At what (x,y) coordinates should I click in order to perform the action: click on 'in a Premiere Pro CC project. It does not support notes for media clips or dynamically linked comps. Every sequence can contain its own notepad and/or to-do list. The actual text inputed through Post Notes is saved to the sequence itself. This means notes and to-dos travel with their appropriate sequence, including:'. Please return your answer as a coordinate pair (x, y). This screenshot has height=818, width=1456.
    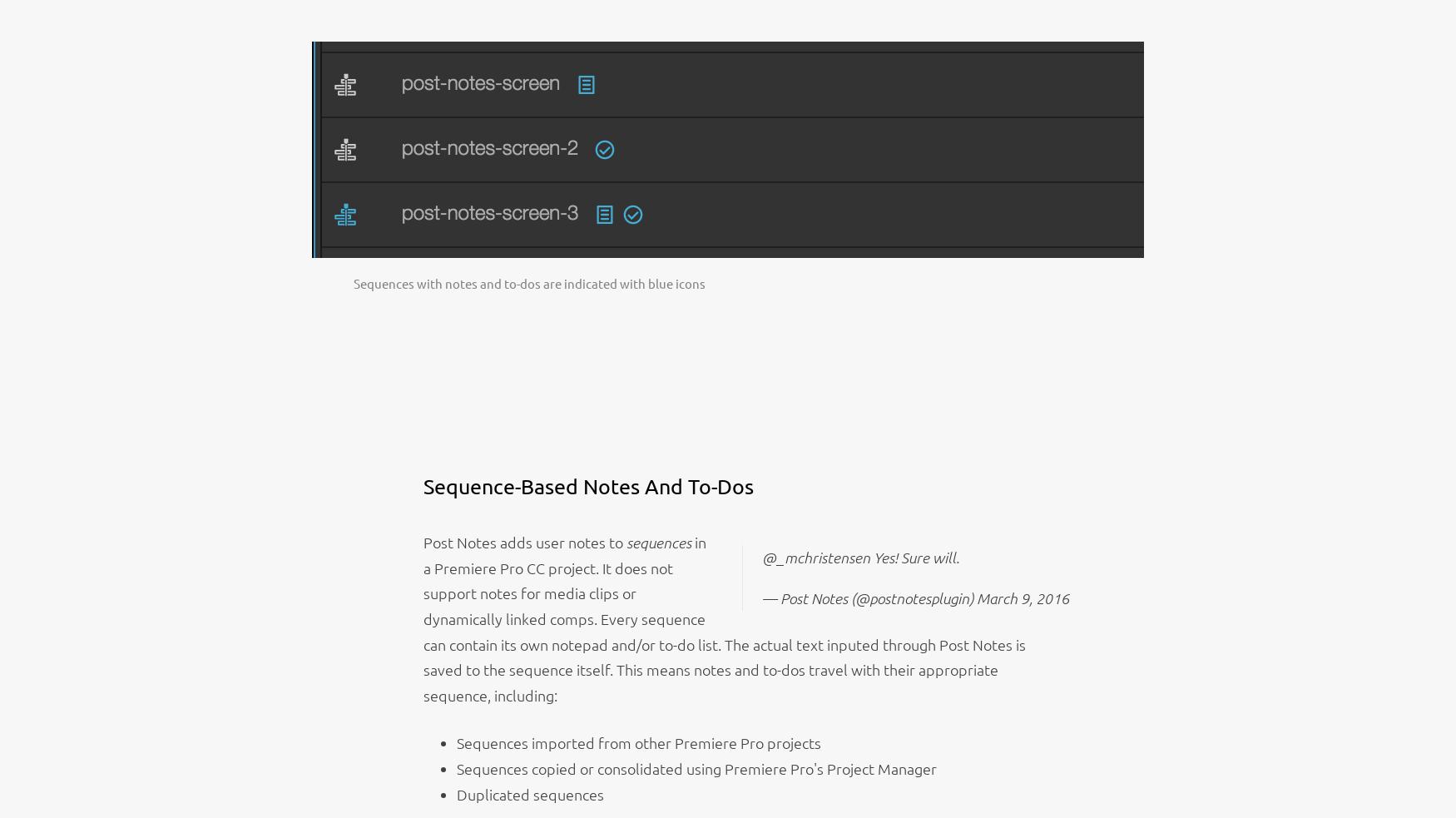
    Looking at the image, I should click on (723, 617).